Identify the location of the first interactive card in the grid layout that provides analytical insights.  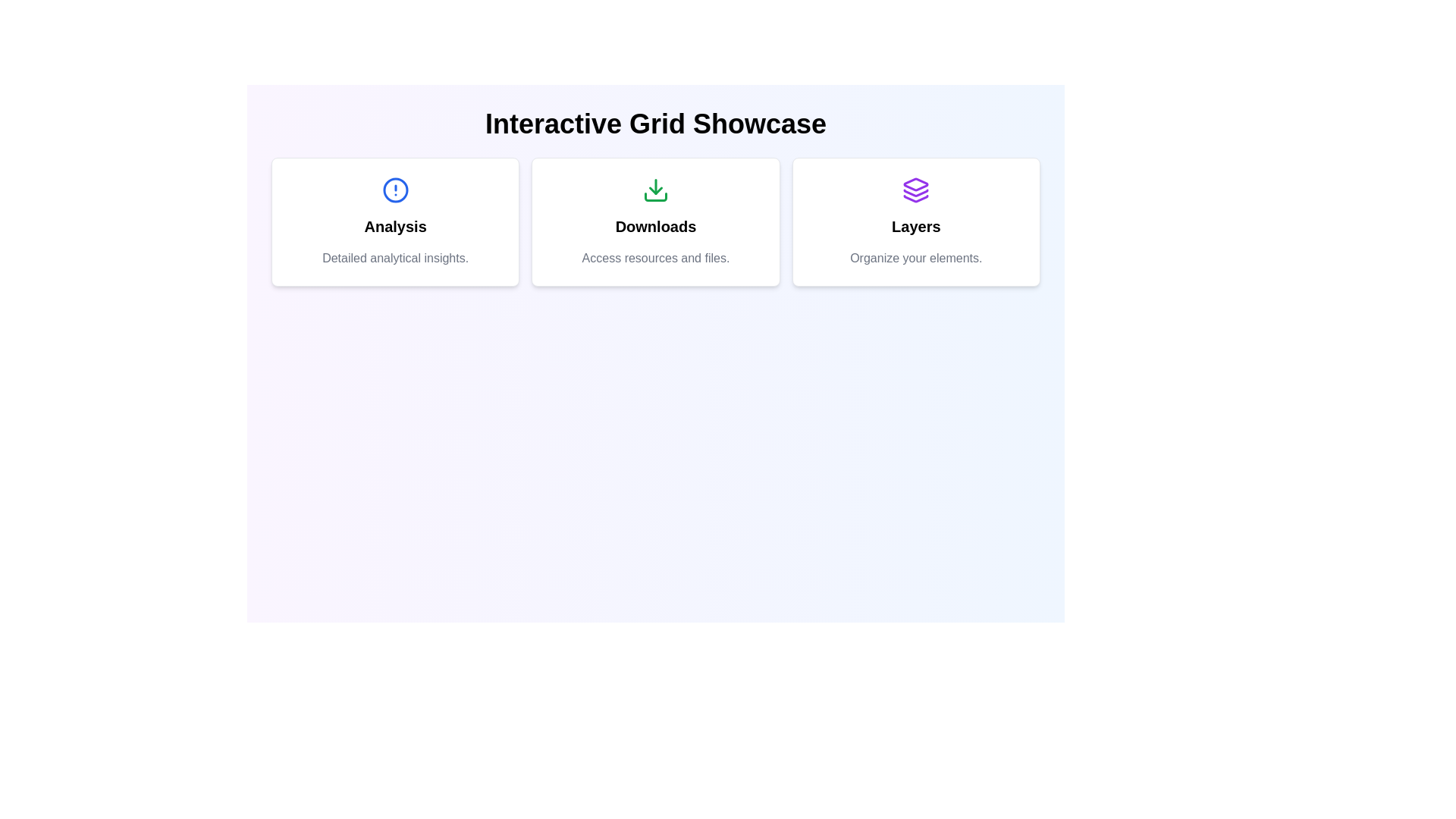
(395, 222).